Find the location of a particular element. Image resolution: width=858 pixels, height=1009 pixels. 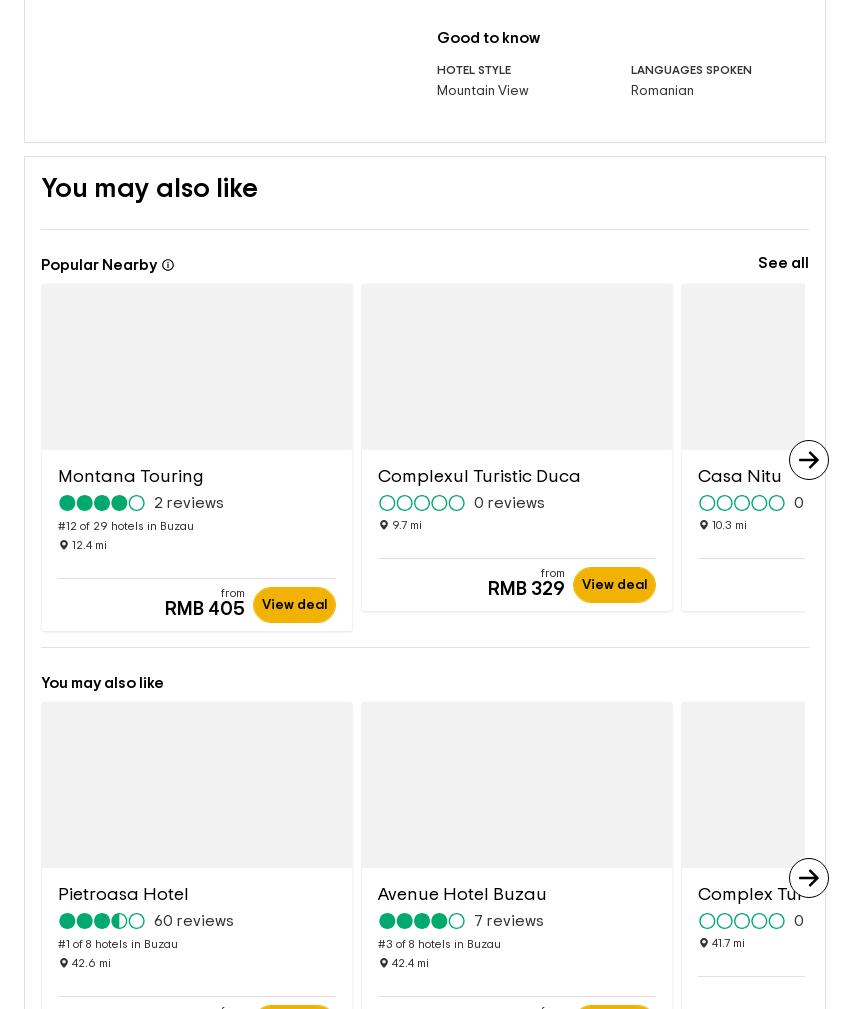

'2' is located at coordinates (157, 470).